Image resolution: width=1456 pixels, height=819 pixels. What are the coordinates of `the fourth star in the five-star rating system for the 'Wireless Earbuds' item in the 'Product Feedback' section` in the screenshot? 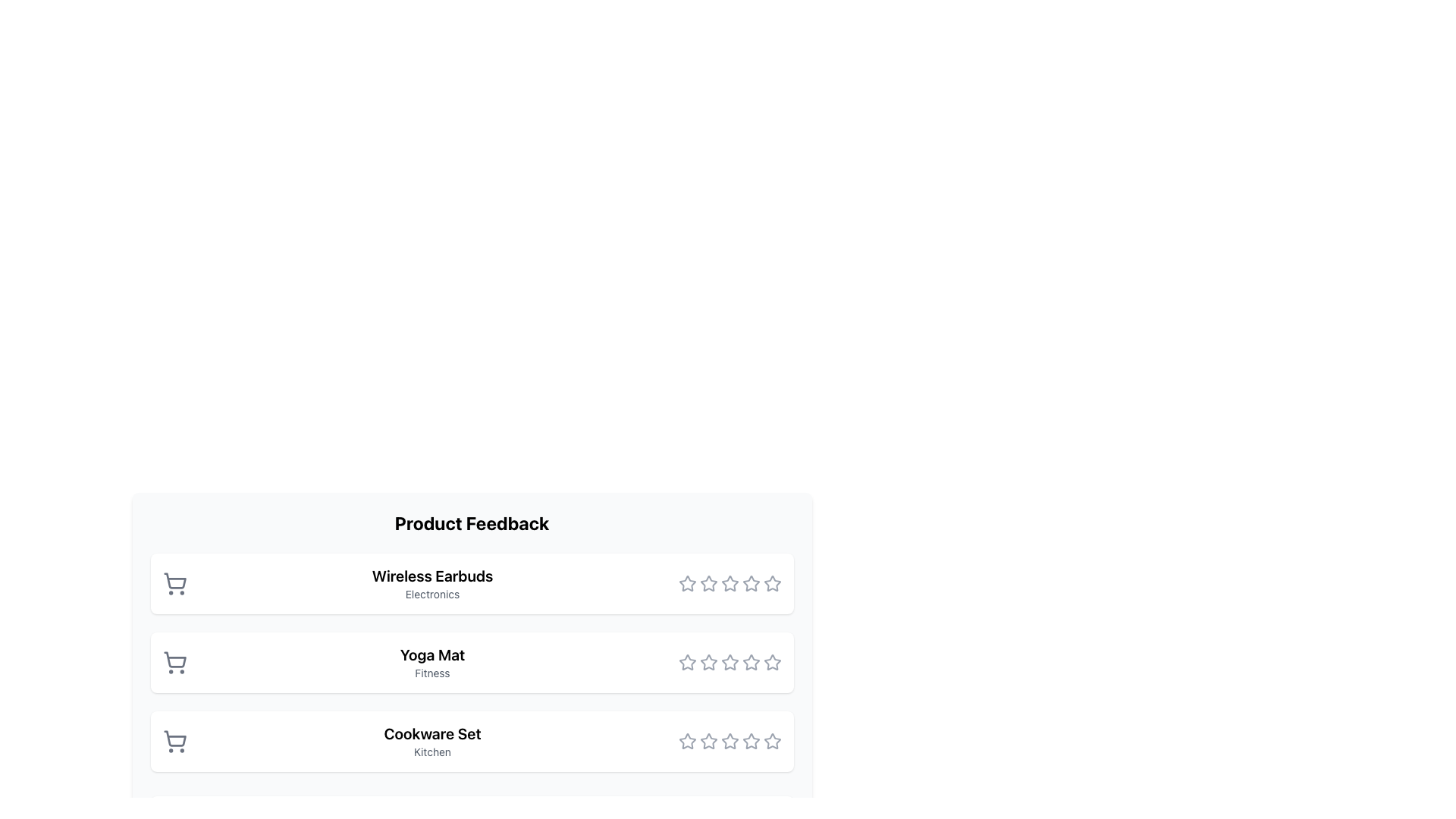 It's located at (730, 583).